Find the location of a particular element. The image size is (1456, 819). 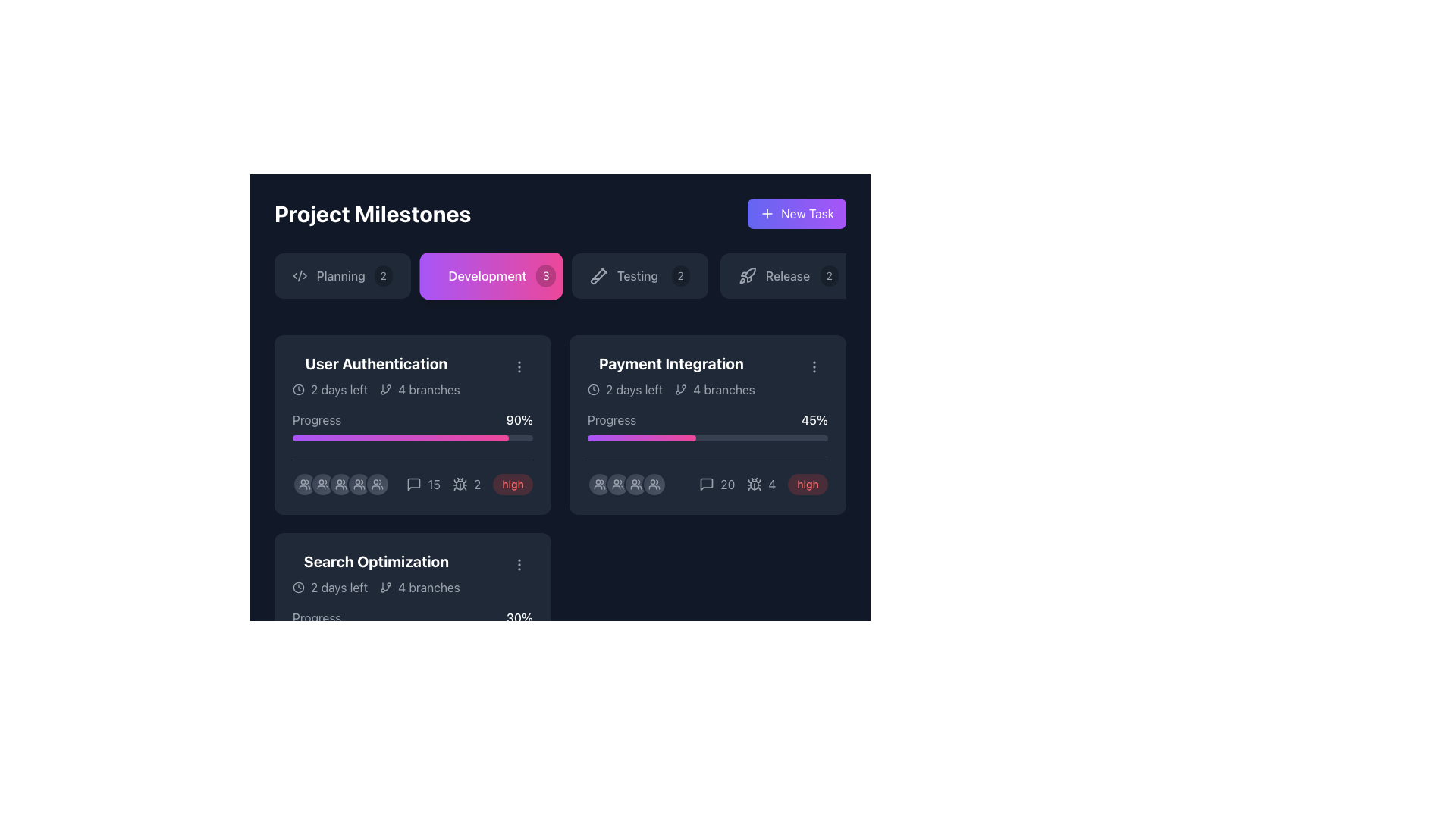

the fourth circular icon from the left in the group of five icons located below the 'Payment Integration' section is located at coordinates (636, 485).